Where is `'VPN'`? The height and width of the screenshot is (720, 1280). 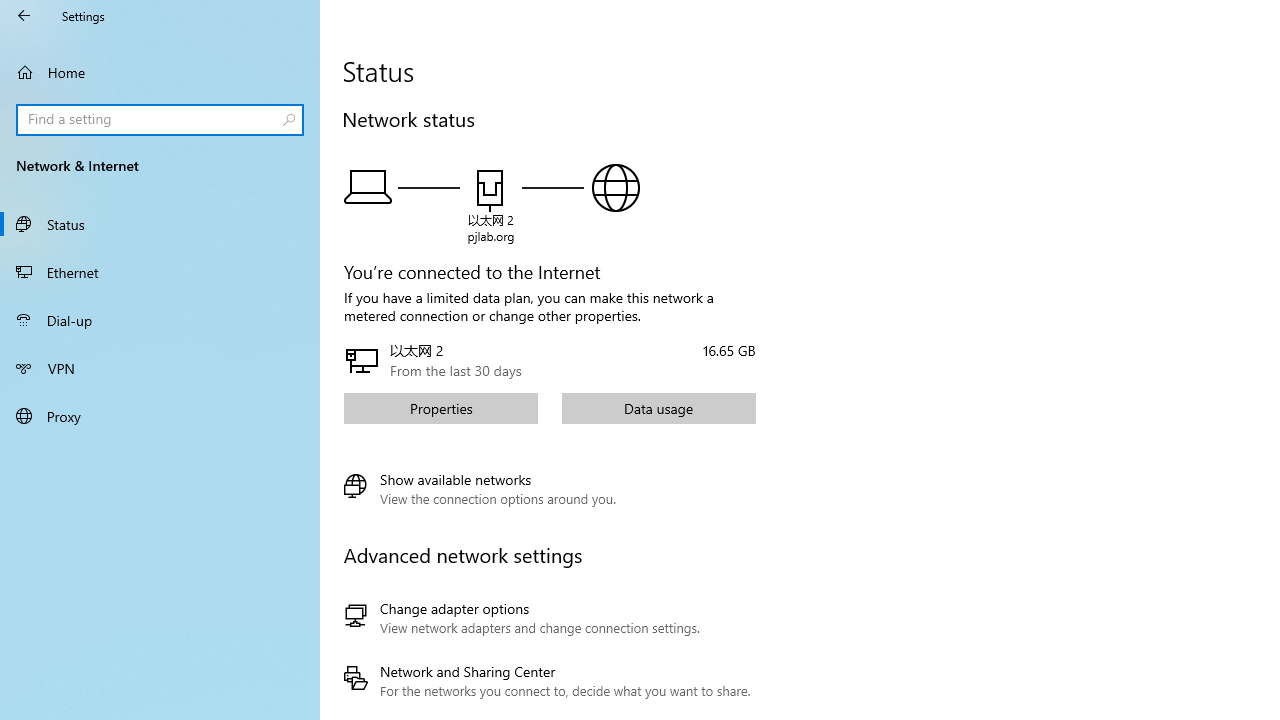
'VPN' is located at coordinates (160, 367).